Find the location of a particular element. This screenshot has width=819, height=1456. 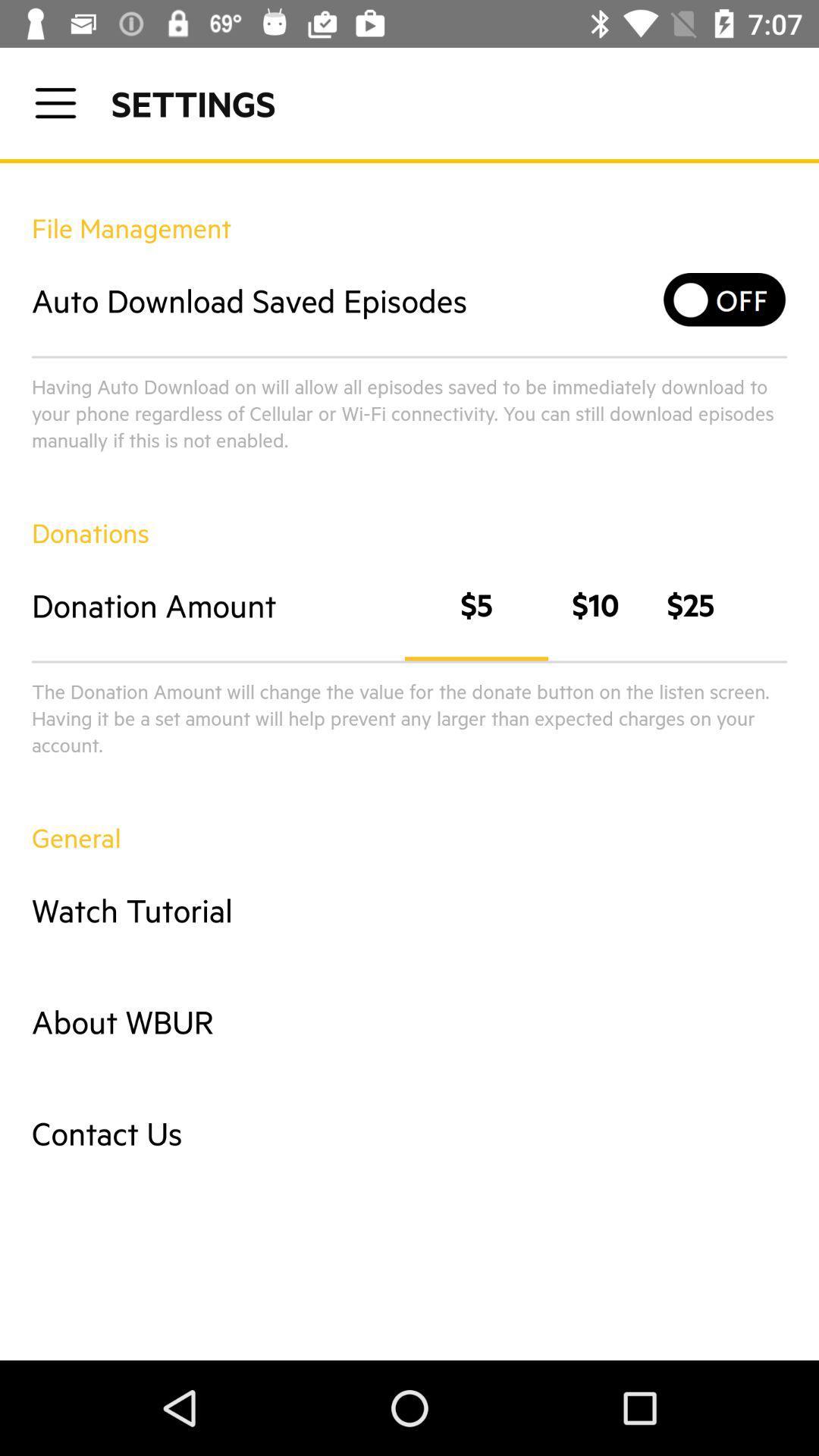

the watch tutorial is located at coordinates (409, 910).